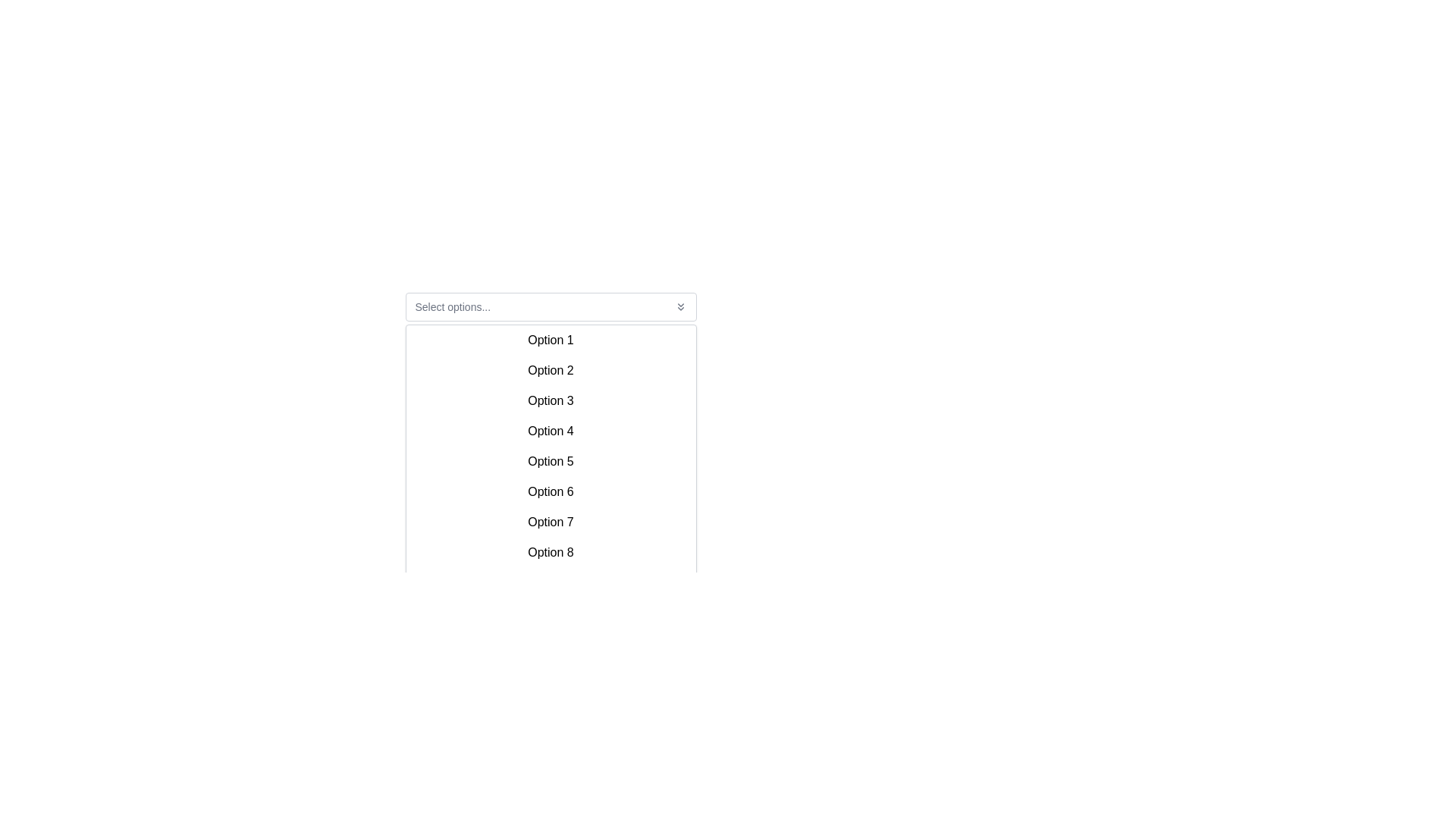 The image size is (1456, 819). Describe the element at coordinates (550, 461) in the screenshot. I see `the fifth item in the dropdown menu, which is a selectable option that likely changes a selection or triggers a related action when interacted with` at that location.